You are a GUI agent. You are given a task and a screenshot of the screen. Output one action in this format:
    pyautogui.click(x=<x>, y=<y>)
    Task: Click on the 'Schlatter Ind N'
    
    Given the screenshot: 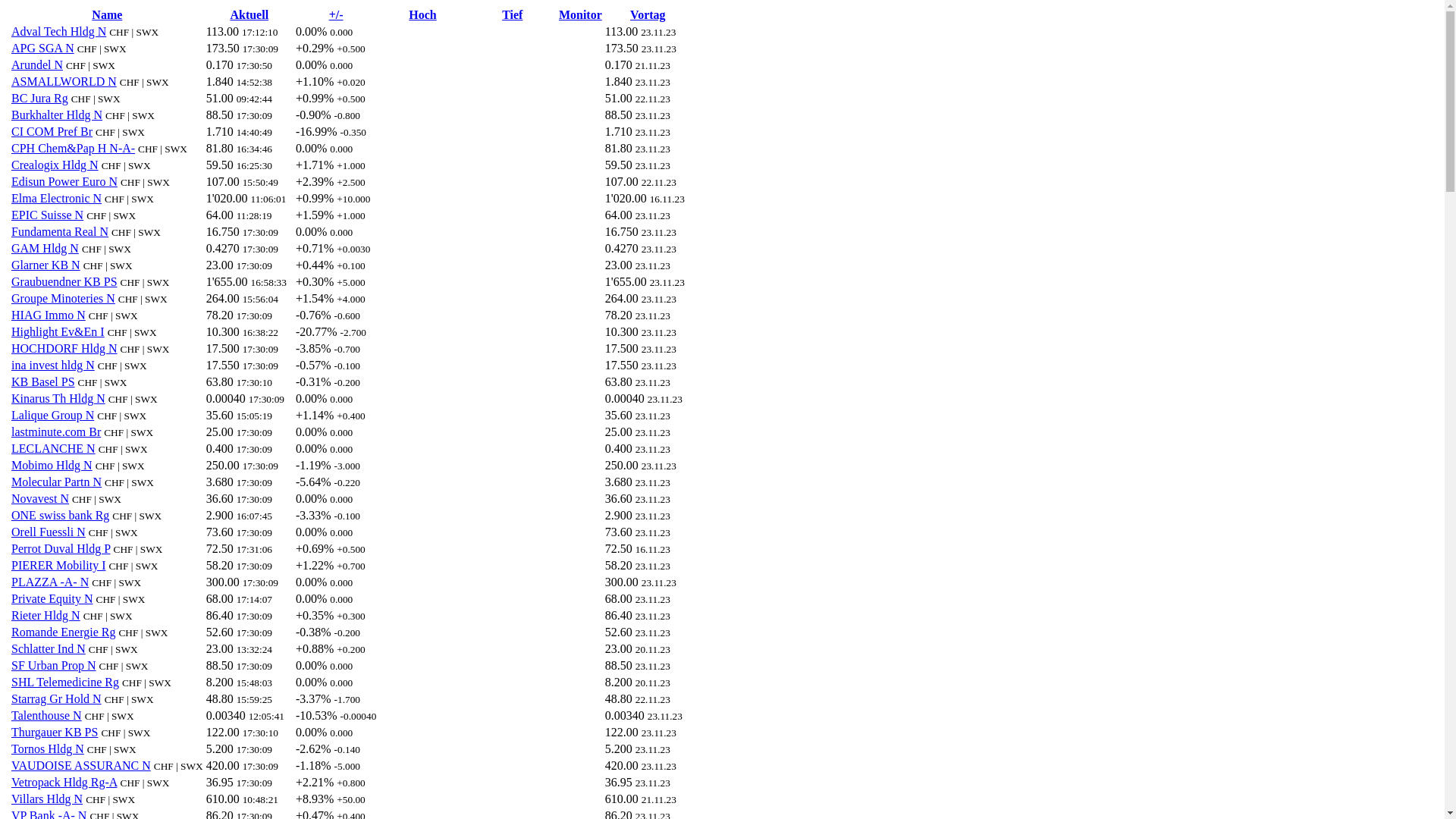 What is the action you would take?
    pyautogui.click(x=48, y=648)
    